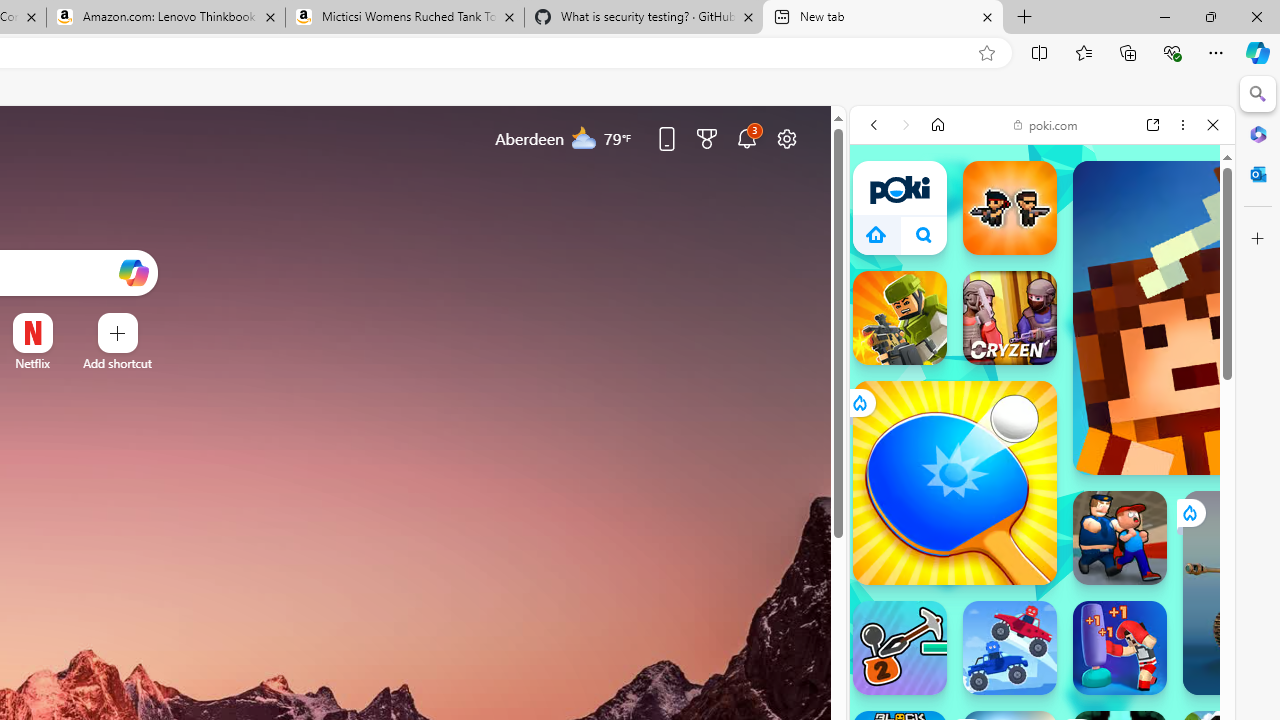  What do you see at coordinates (898, 316) in the screenshot?
I see `'Kour.io'` at bounding box center [898, 316].